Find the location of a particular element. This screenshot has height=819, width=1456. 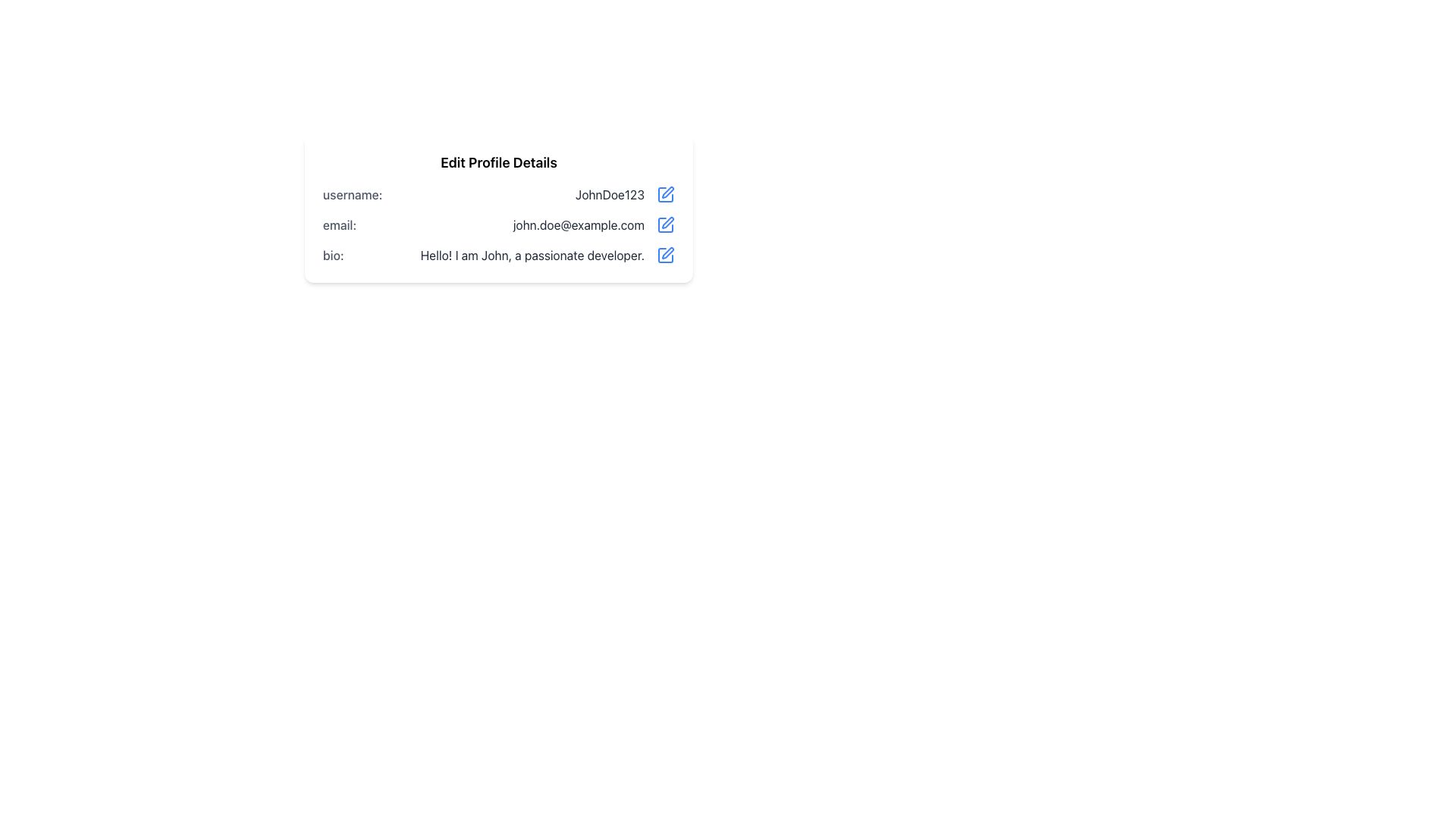

the blue pencil icon button located to the right of the email text 'john.doe@example.com' is located at coordinates (666, 225).